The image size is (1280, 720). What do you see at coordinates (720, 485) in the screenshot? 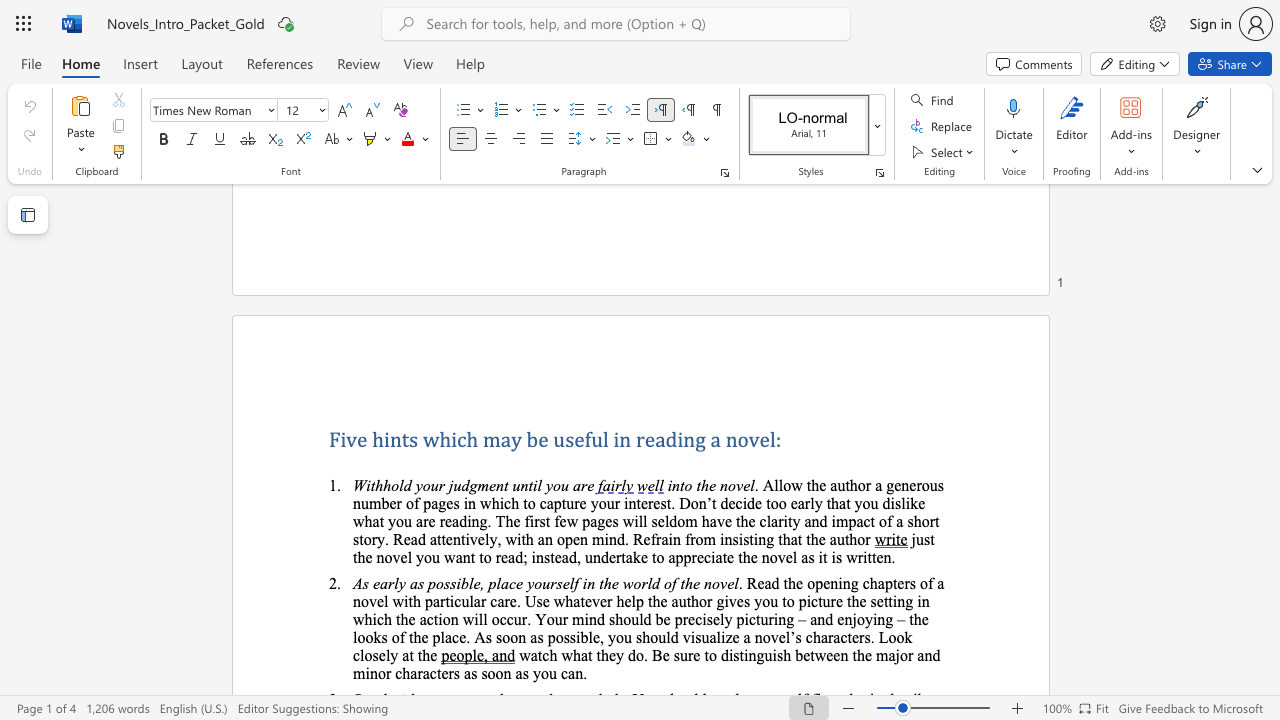
I see `the subset text "novel" within the text "into the novel"` at bounding box center [720, 485].